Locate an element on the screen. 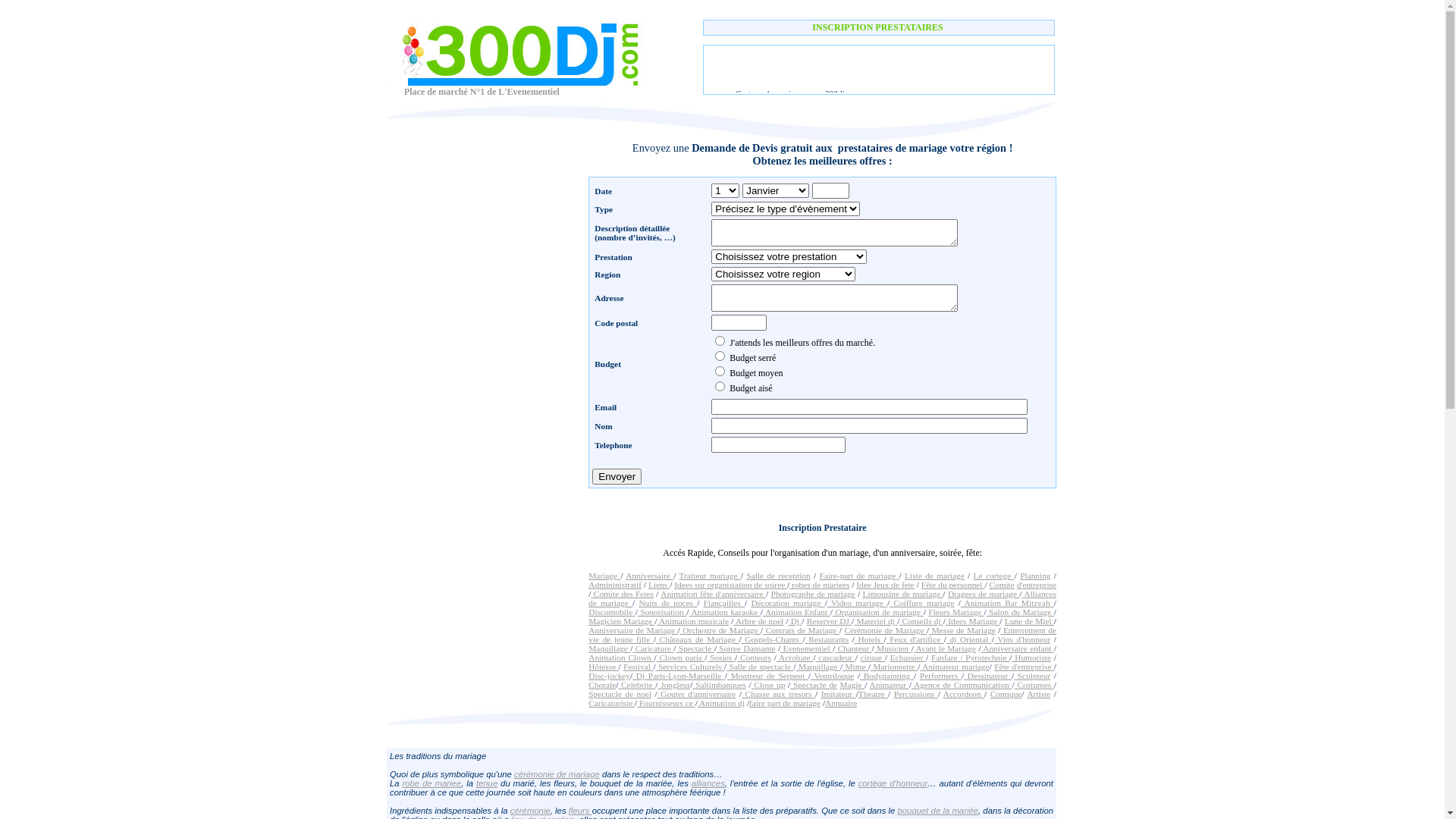  'Idees sur organistation de soiree' is located at coordinates (730, 584).